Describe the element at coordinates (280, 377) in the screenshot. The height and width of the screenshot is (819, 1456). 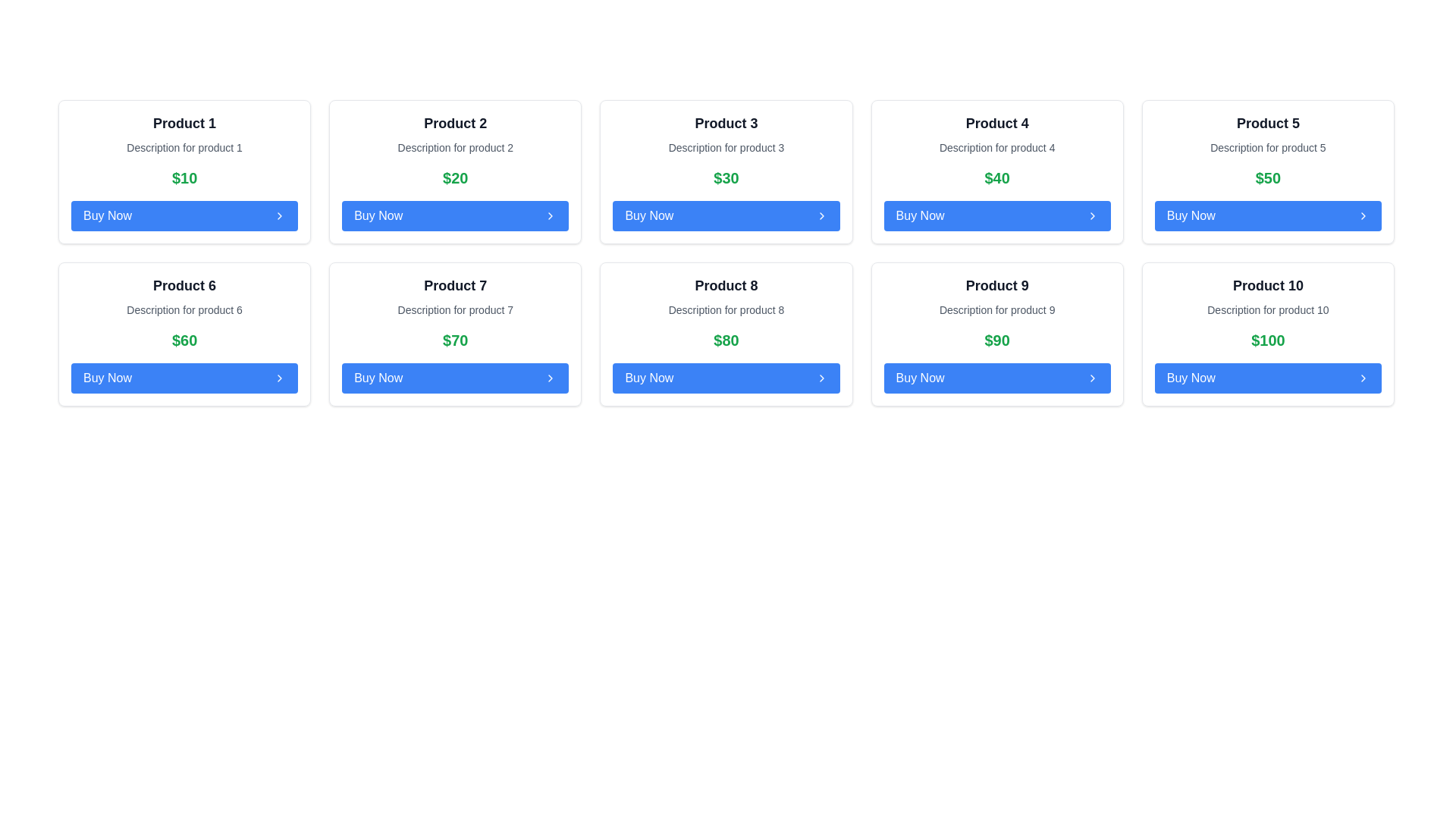
I see `the 'Buy Now' button for 'Product 6', which contains the icon located at the far-right end of the button` at that location.